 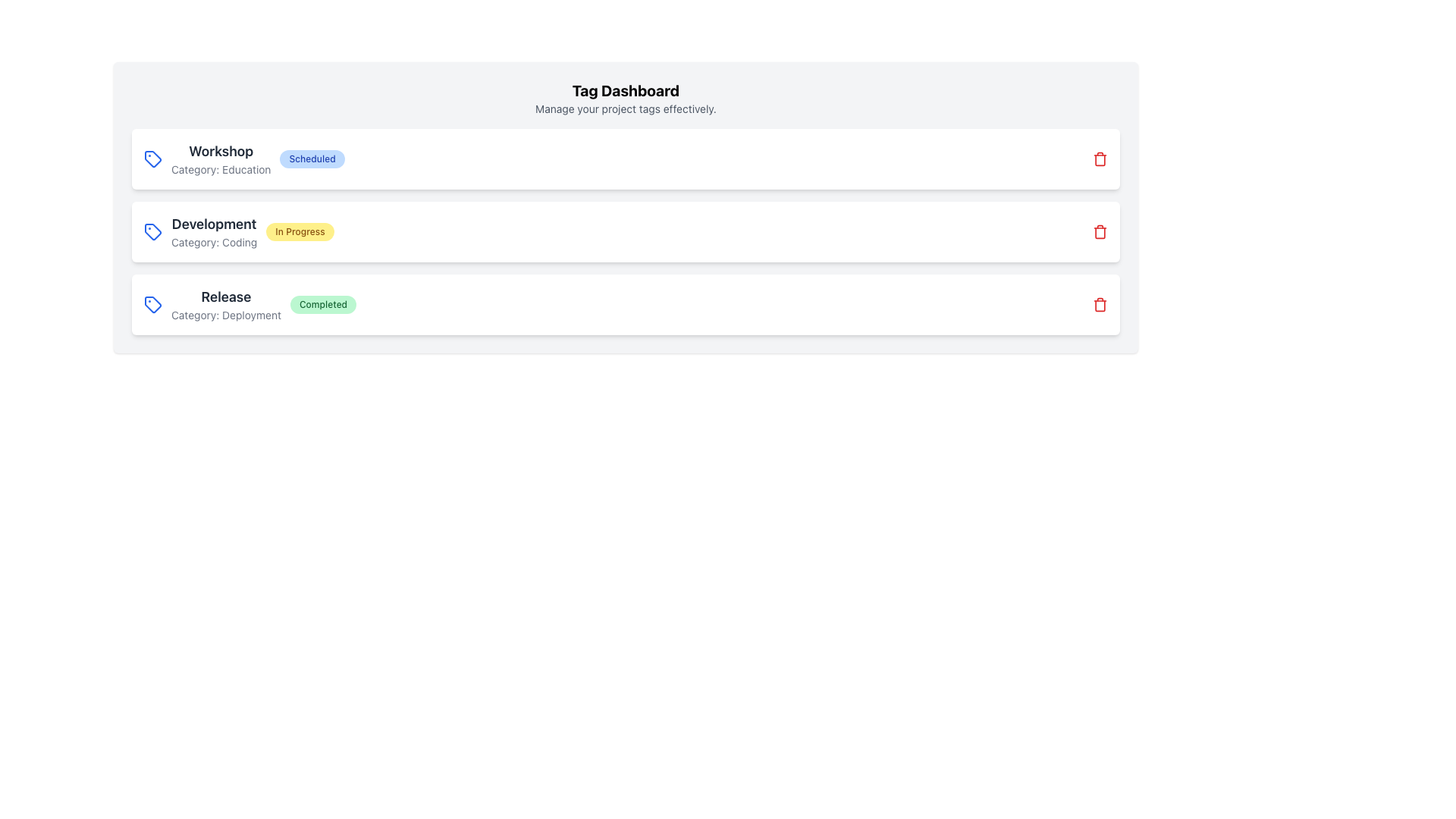 I want to click on the second tag-shaped icon in the vertical list of three, which serves as a visual identifier for the associated list item, so click(x=152, y=231).